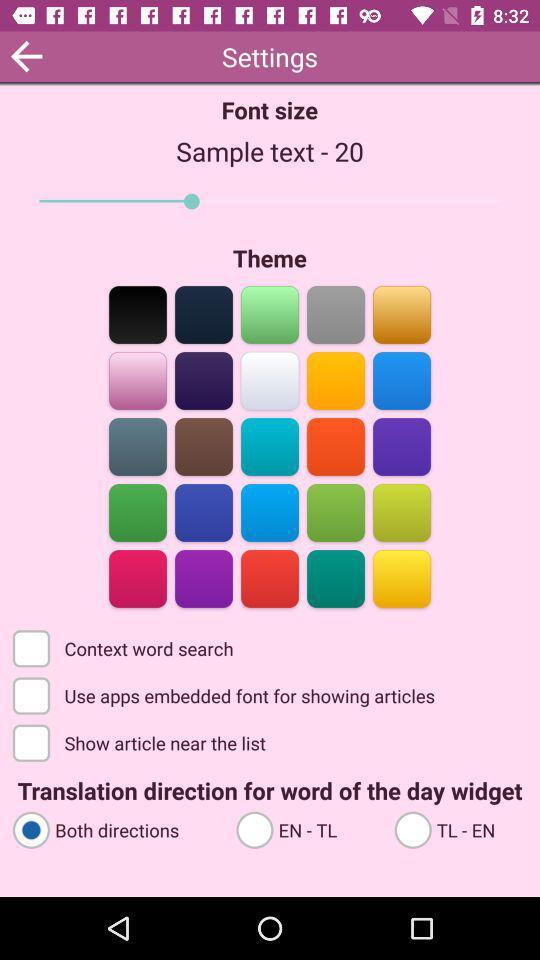 The height and width of the screenshot is (960, 540). Describe the element at coordinates (203, 510) in the screenshot. I see `blue theme color` at that location.